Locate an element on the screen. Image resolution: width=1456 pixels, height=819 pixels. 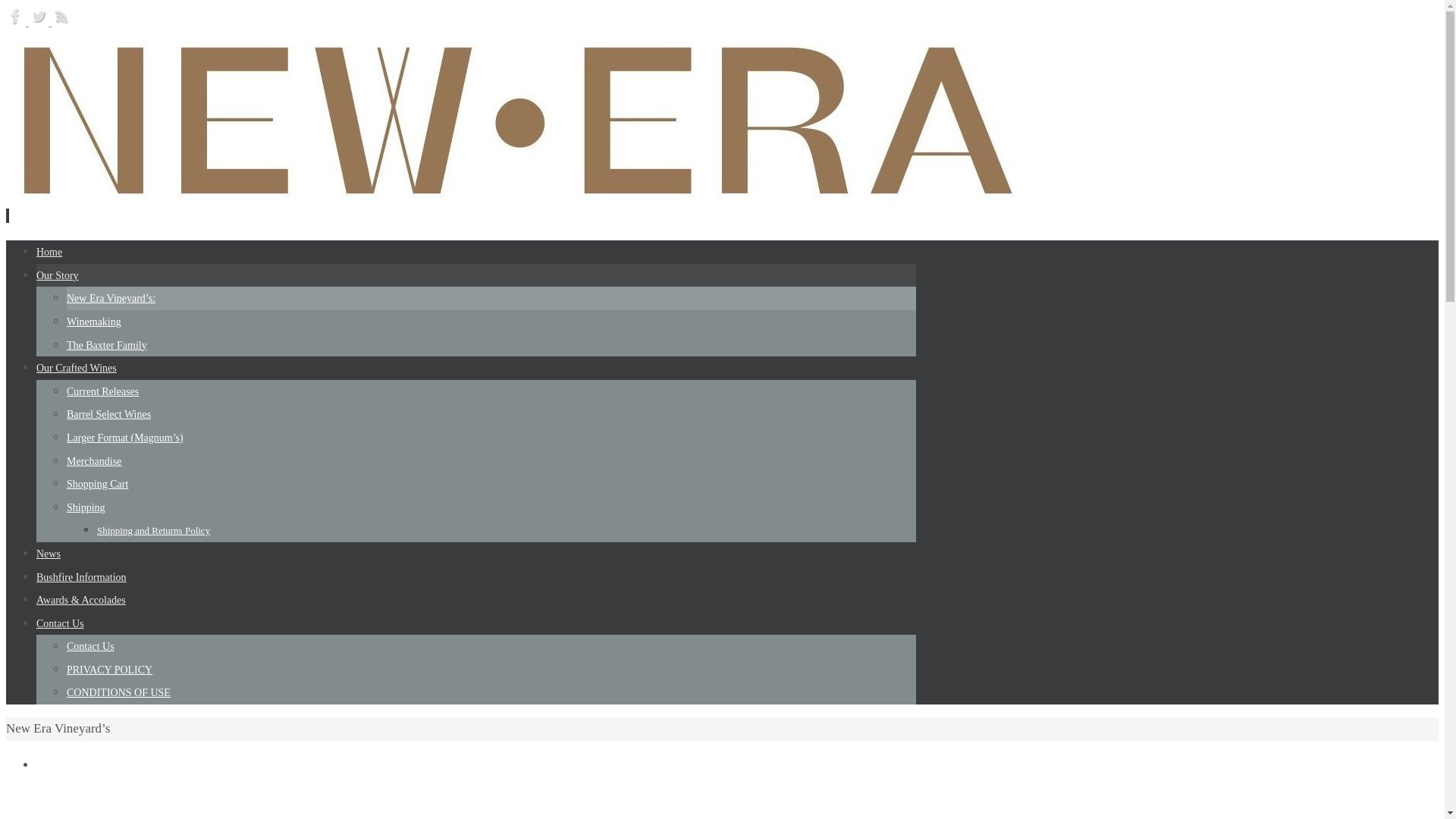
'Contact Us' is located at coordinates (60, 623).